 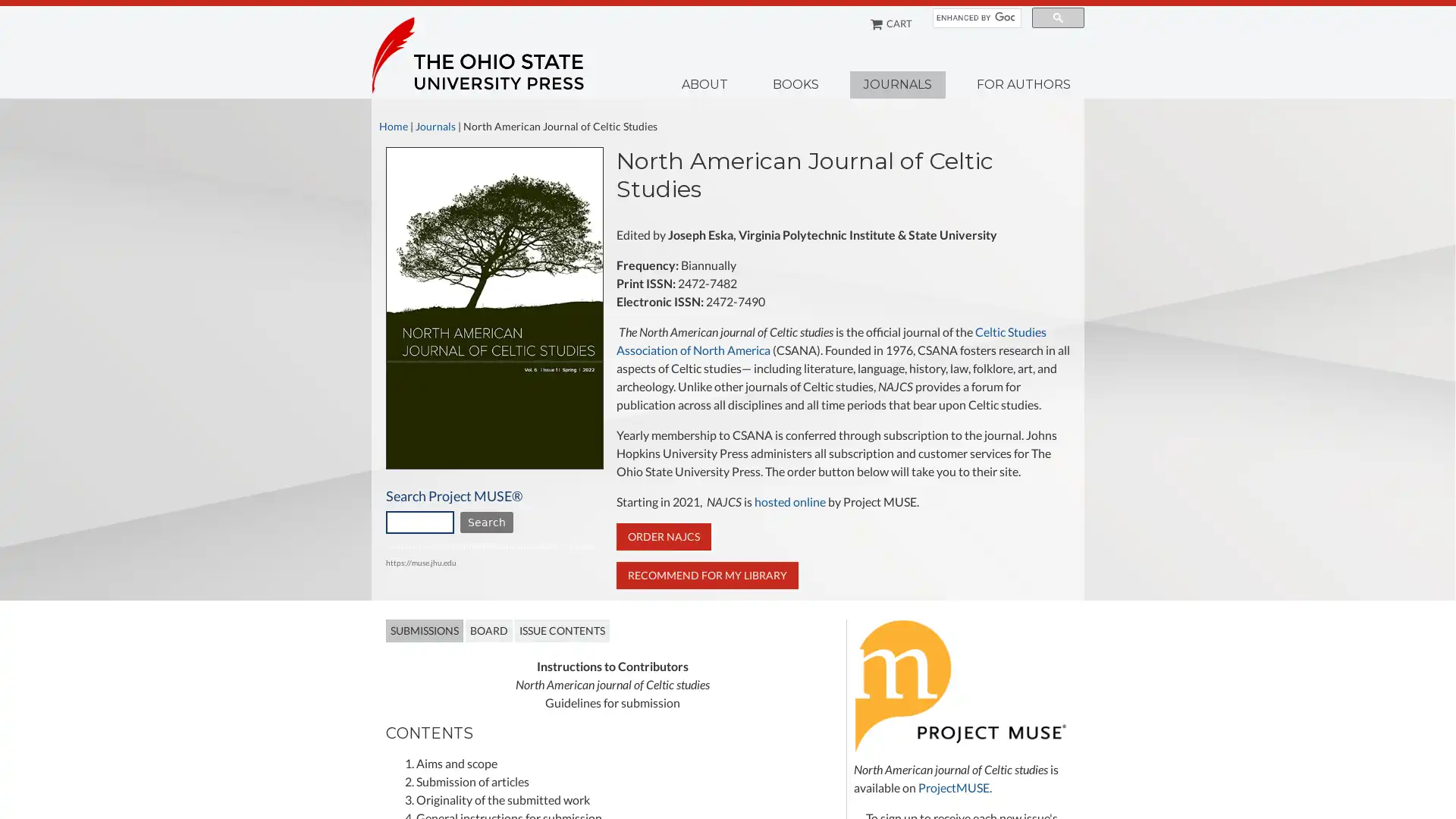 What do you see at coordinates (487, 522) in the screenshot?
I see `Search` at bounding box center [487, 522].